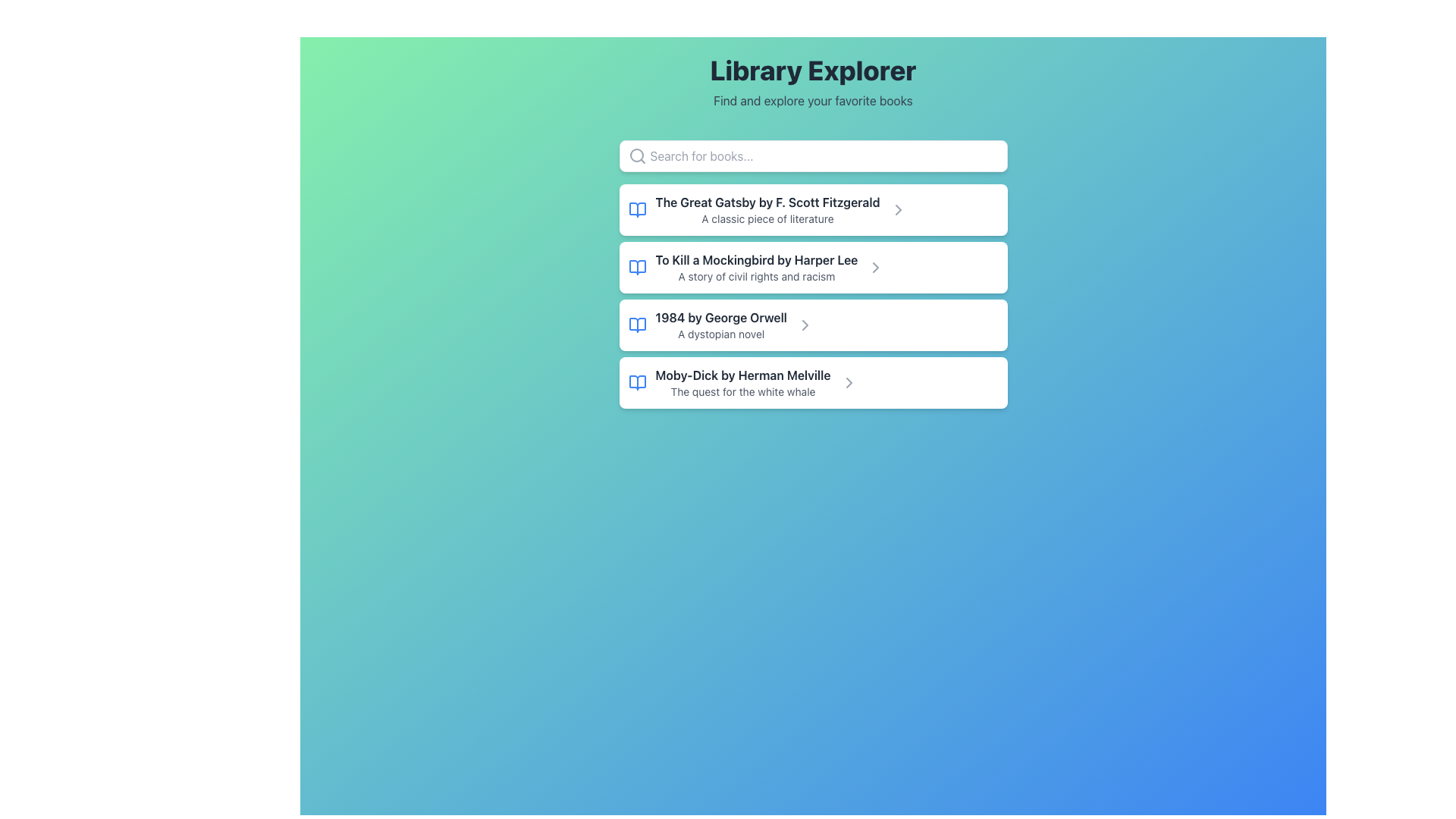 This screenshot has height=819, width=1456. I want to click on the open book icon representing the third book titled '1984 by George Orwell', which is located on the left side of the book title, so click(637, 324).